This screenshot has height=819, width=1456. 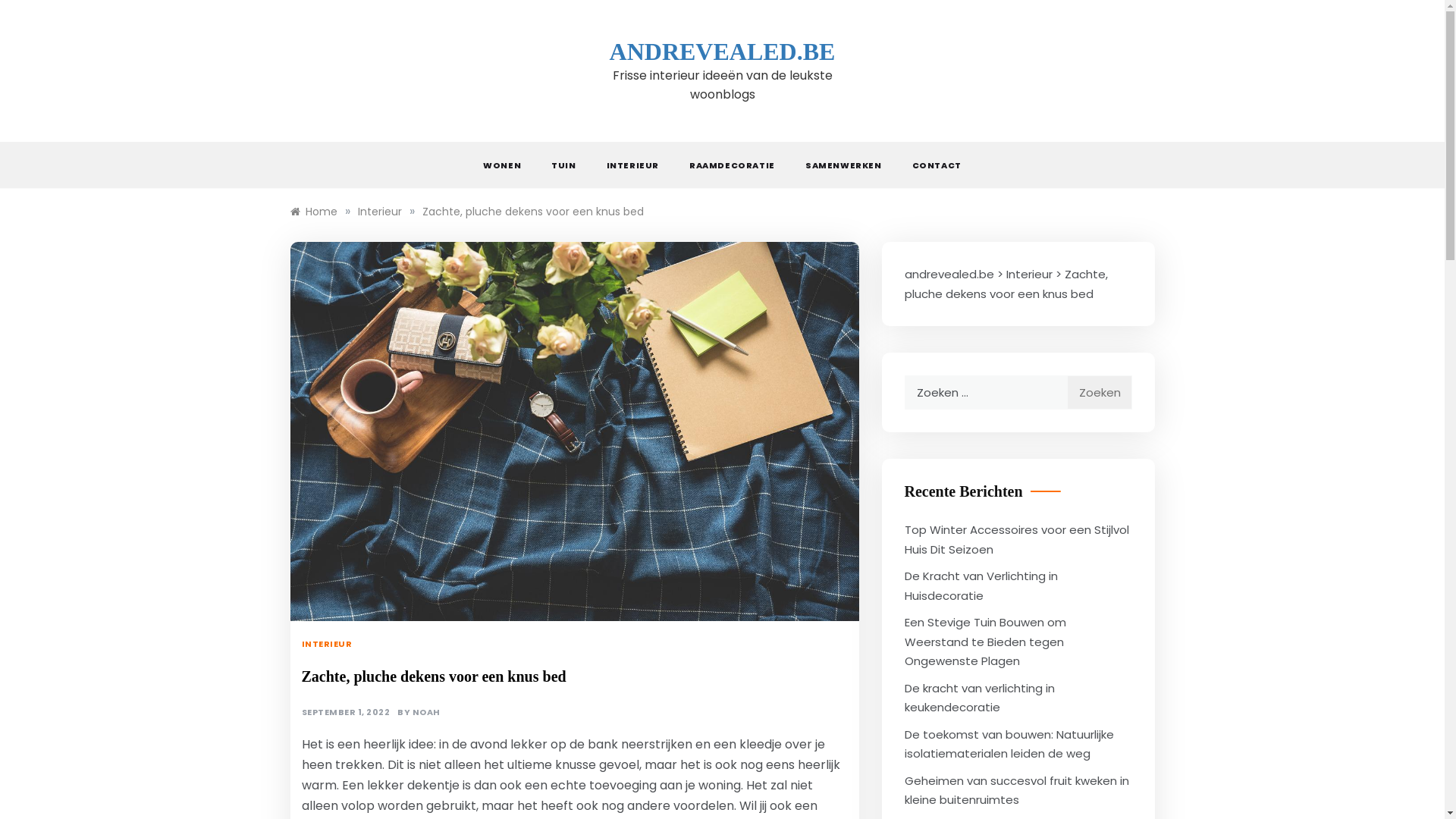 I want to click on 'INTERIEUR', so click(x=632, y=165).